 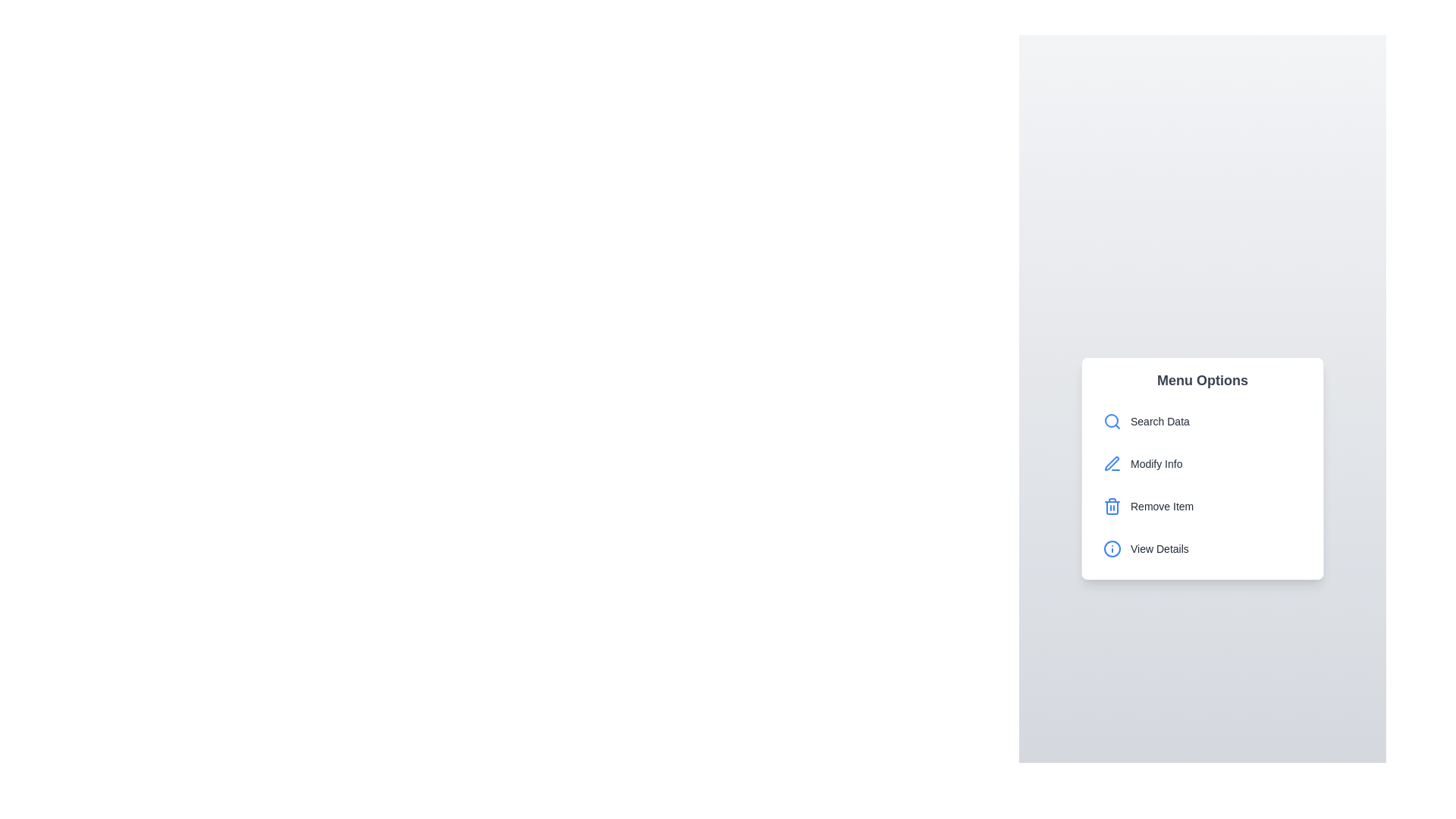 What do you see at coordinates (1112, 549) in the screenshot?
I see `the circular blue icon with a white background resembling an 'info' symbol, located in the fourth entry of the 'Menu Options' vertical menu, adjacent to the text 'View Details'` at bounding box center [1112, 549].